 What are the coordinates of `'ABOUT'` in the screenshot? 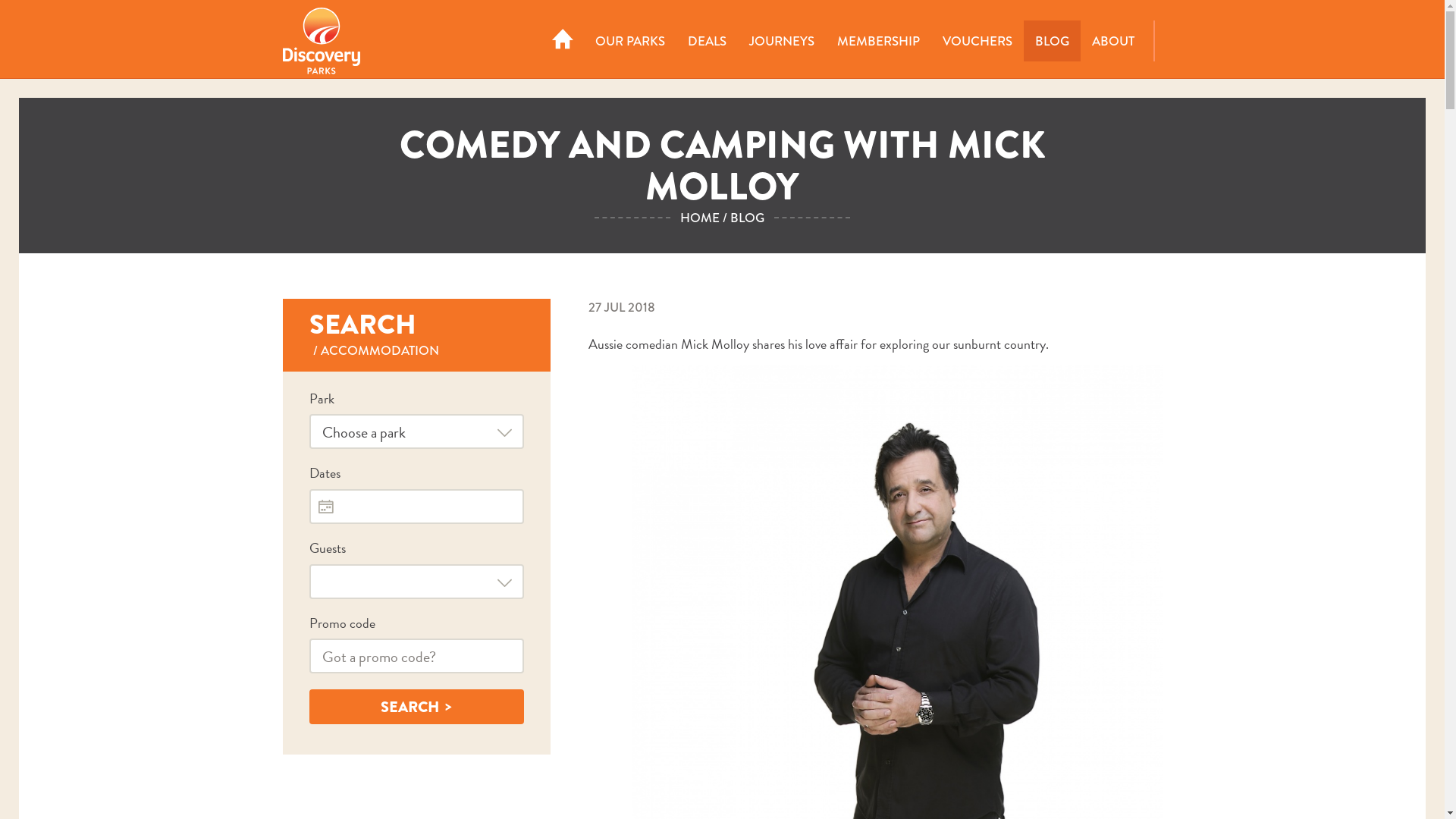 It's located at (1112, 40).